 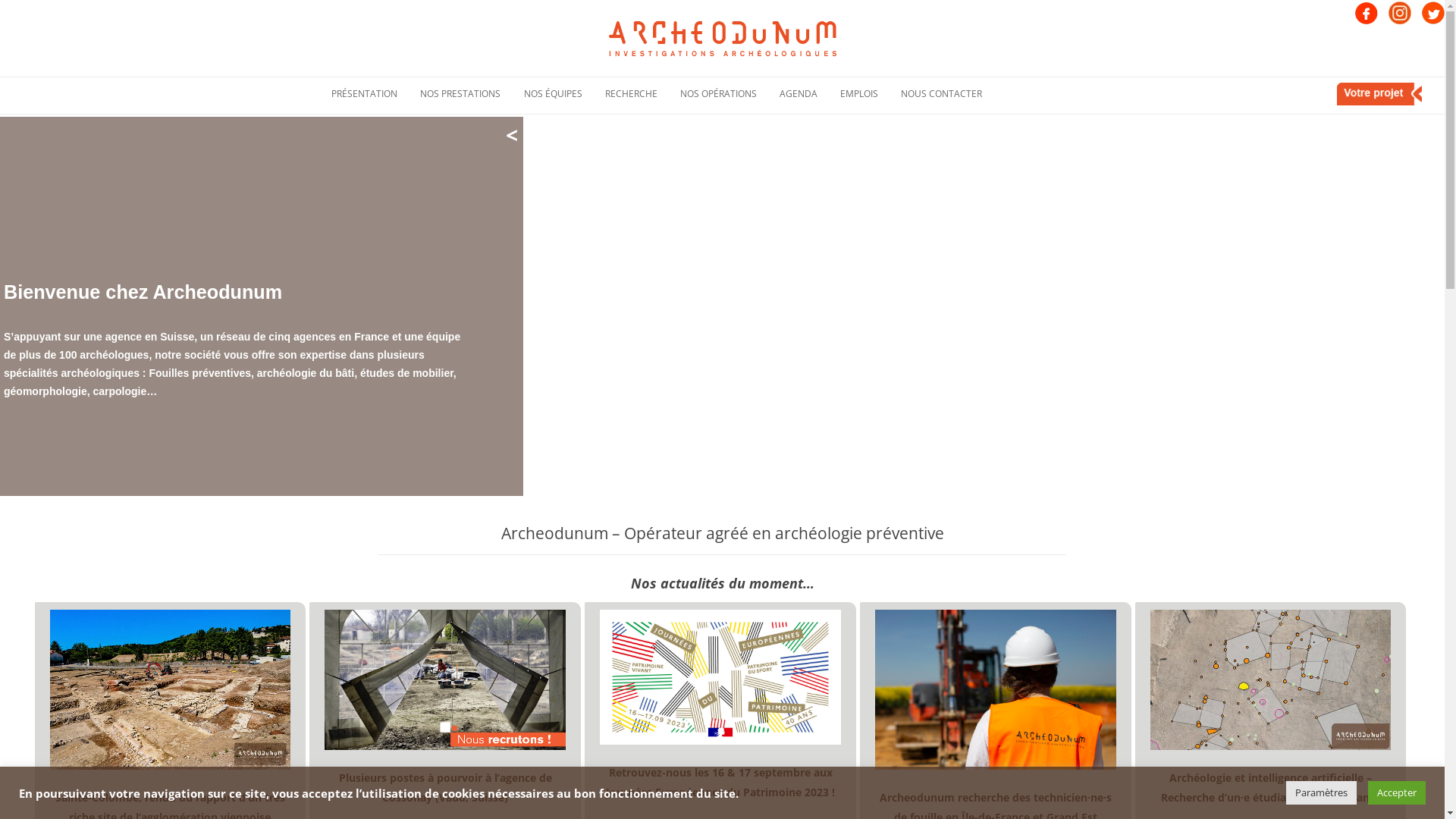 What do you see at coordinates (839, 93) in the screenshot?
I see `'EMPLOIS'` at bounding box center [839, 93].